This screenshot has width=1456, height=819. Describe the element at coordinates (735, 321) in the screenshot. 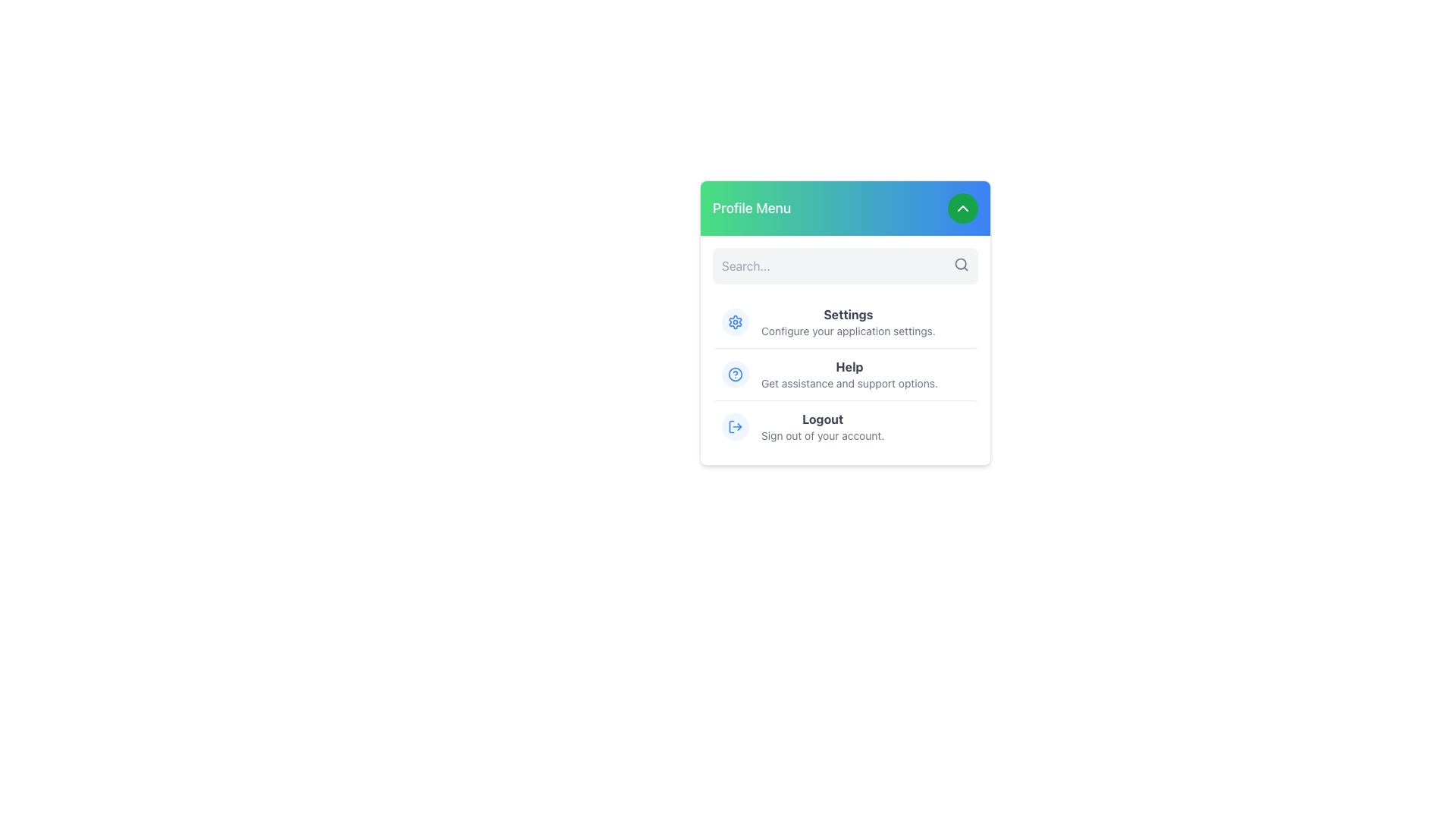

I see `the 'Settings' icon located in the profile menu card` at that location.